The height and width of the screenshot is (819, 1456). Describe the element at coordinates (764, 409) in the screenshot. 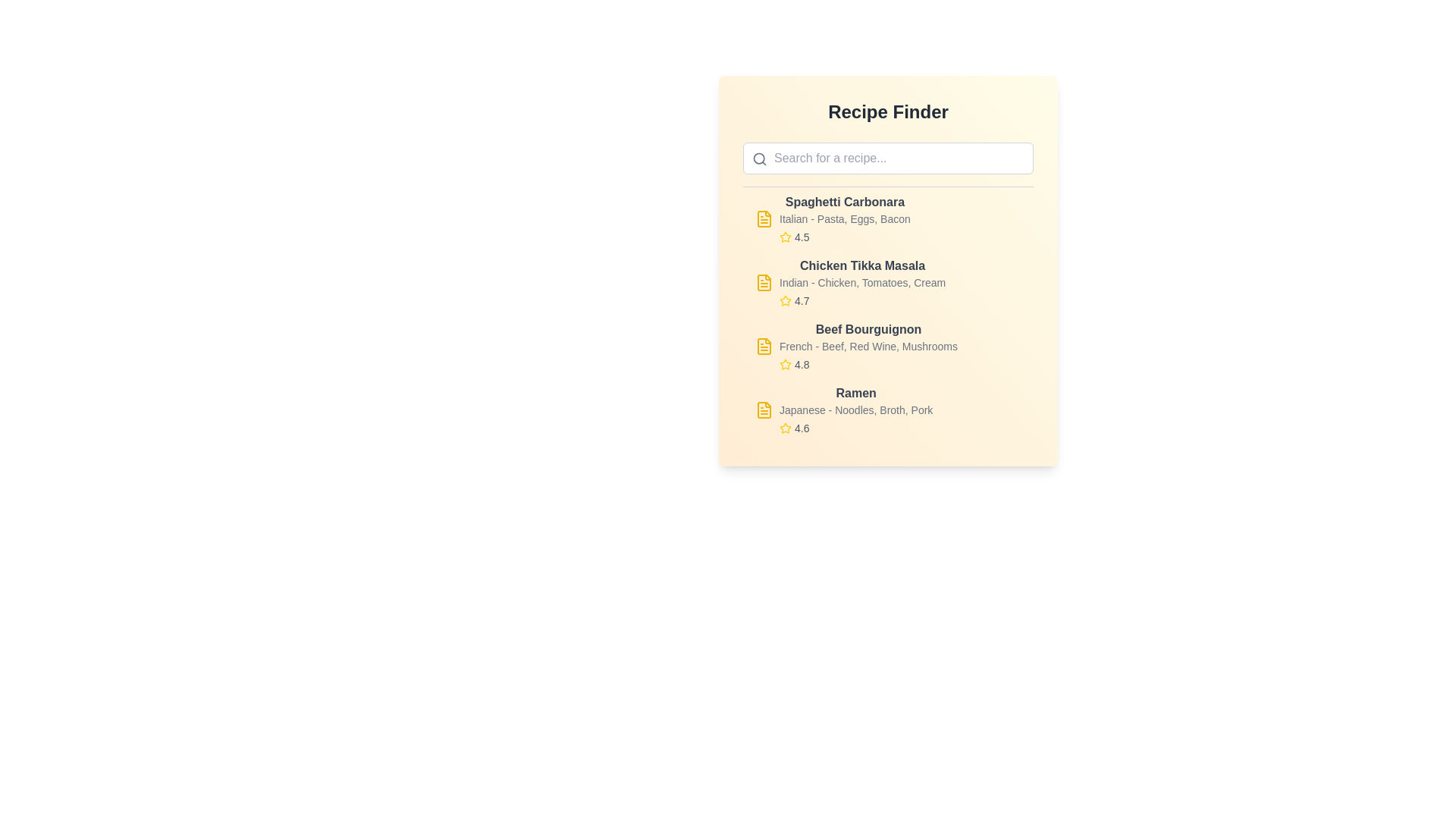

I see `the yellow file document icon located to the immediate left of the 'Ramen' text to acknowledge its symbolic meaning` at that location.